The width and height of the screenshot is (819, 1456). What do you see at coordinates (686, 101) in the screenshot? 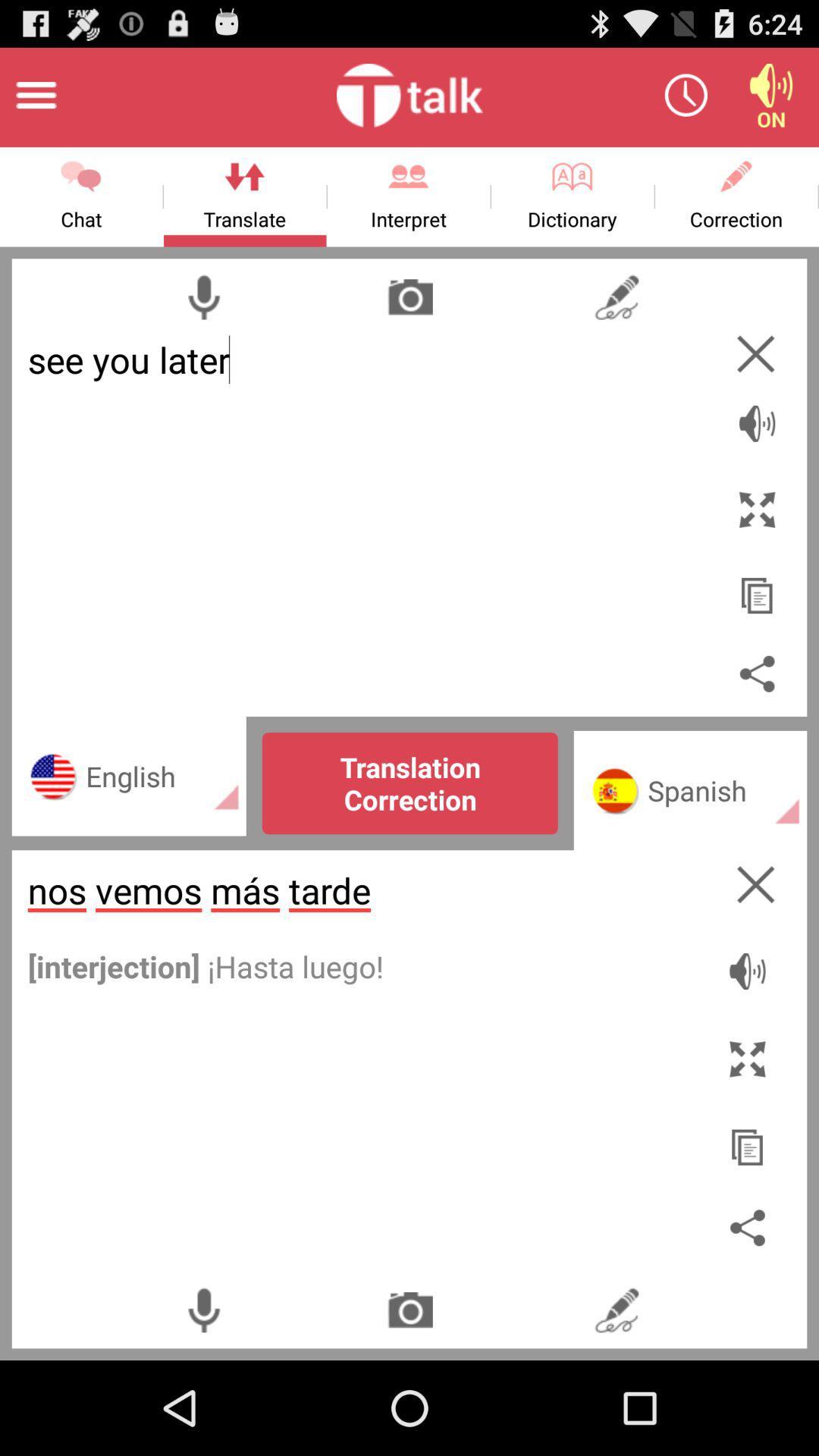
I see `the time icon` at bounding box center [686, 101].